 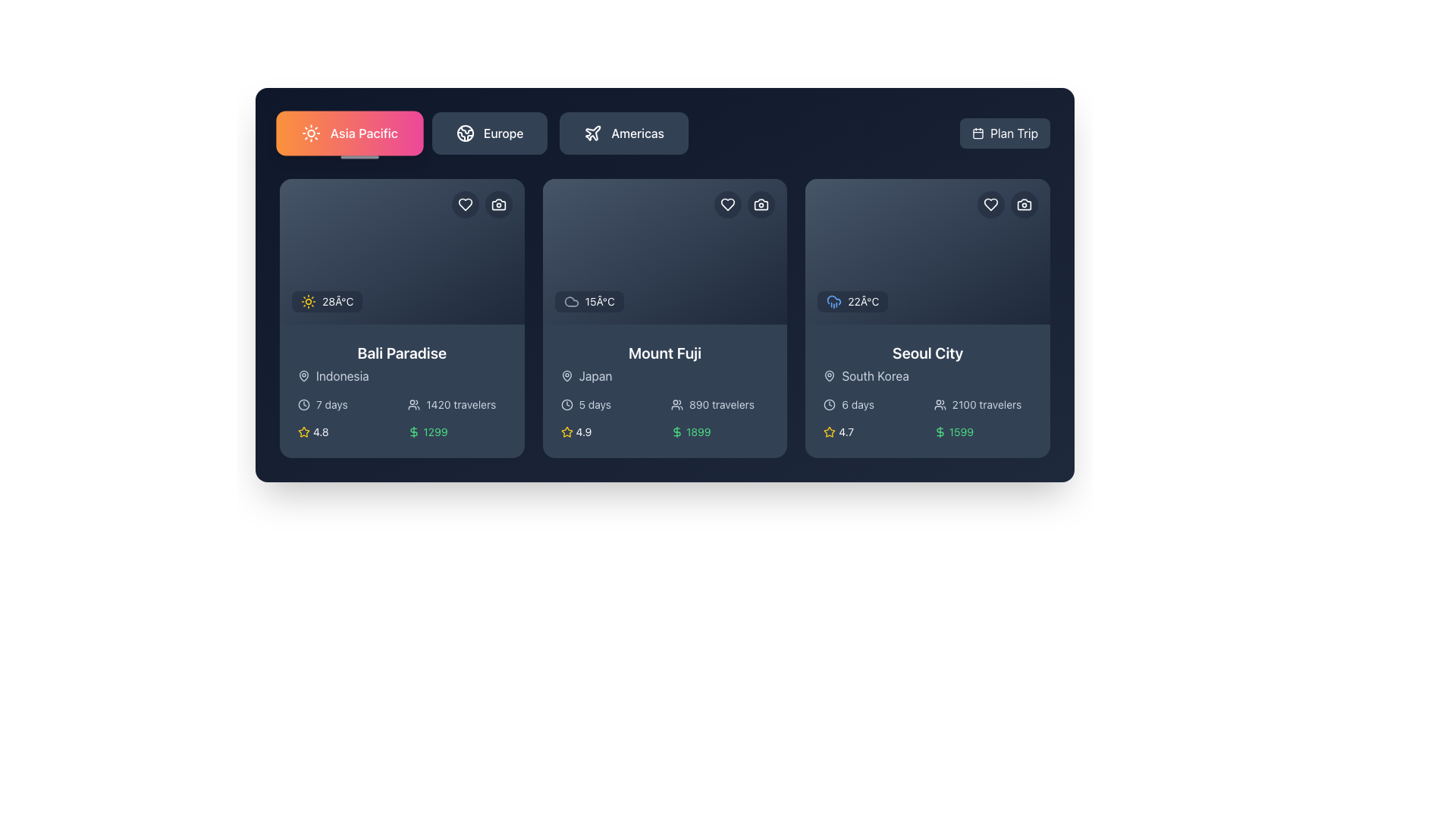 What do you see at coordinates (927, 375) in the screenshot?
I see `the 'South Korea' text label with a pin icon located under the 'Seoul City' card in the third column of the layout` at bounding box center [927, 375].